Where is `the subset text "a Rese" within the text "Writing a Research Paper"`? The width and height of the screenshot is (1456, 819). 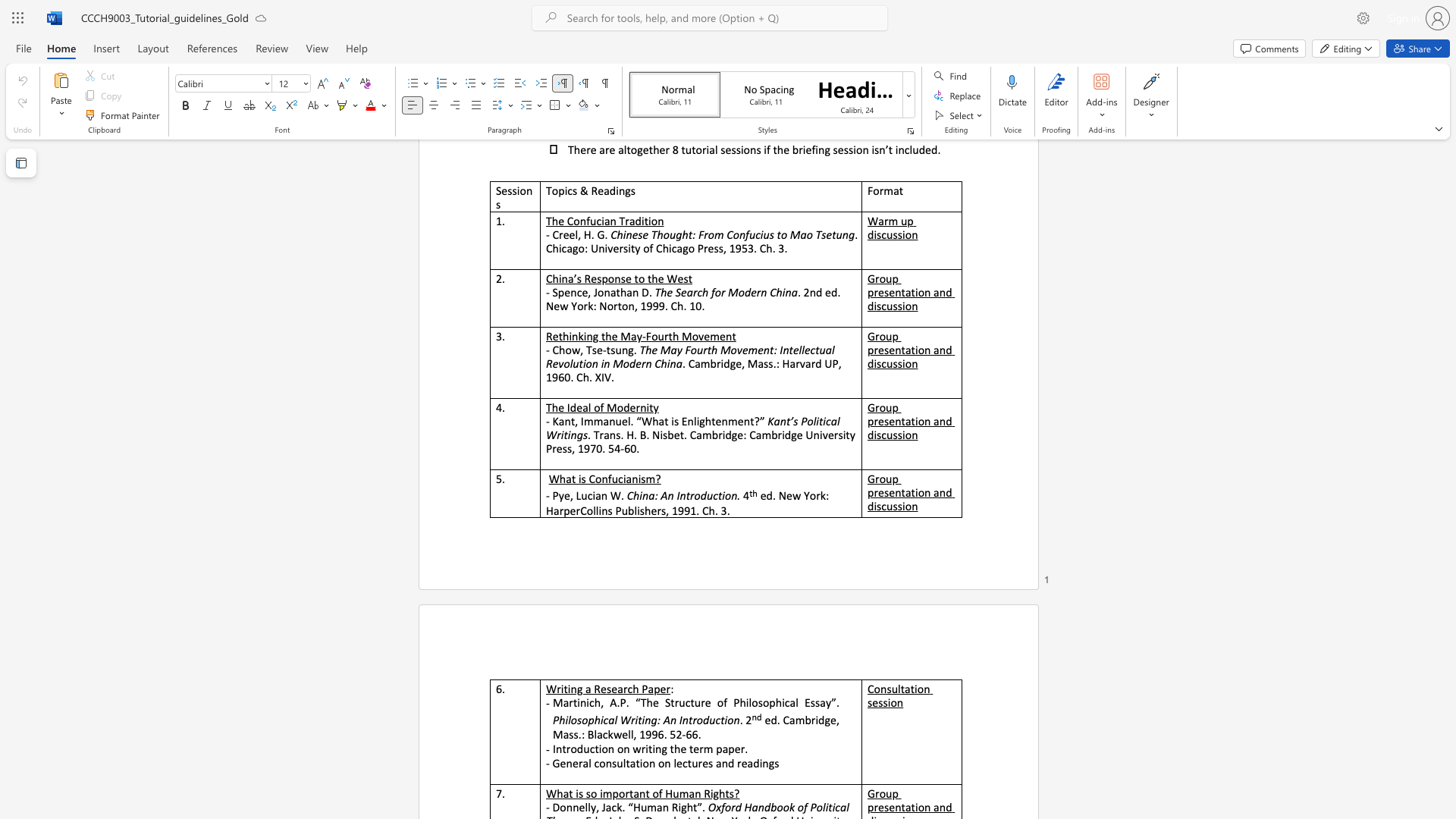 the subset text "a Rese" within the text "Writing a Research Paper" is located at coordinates (585, 689).